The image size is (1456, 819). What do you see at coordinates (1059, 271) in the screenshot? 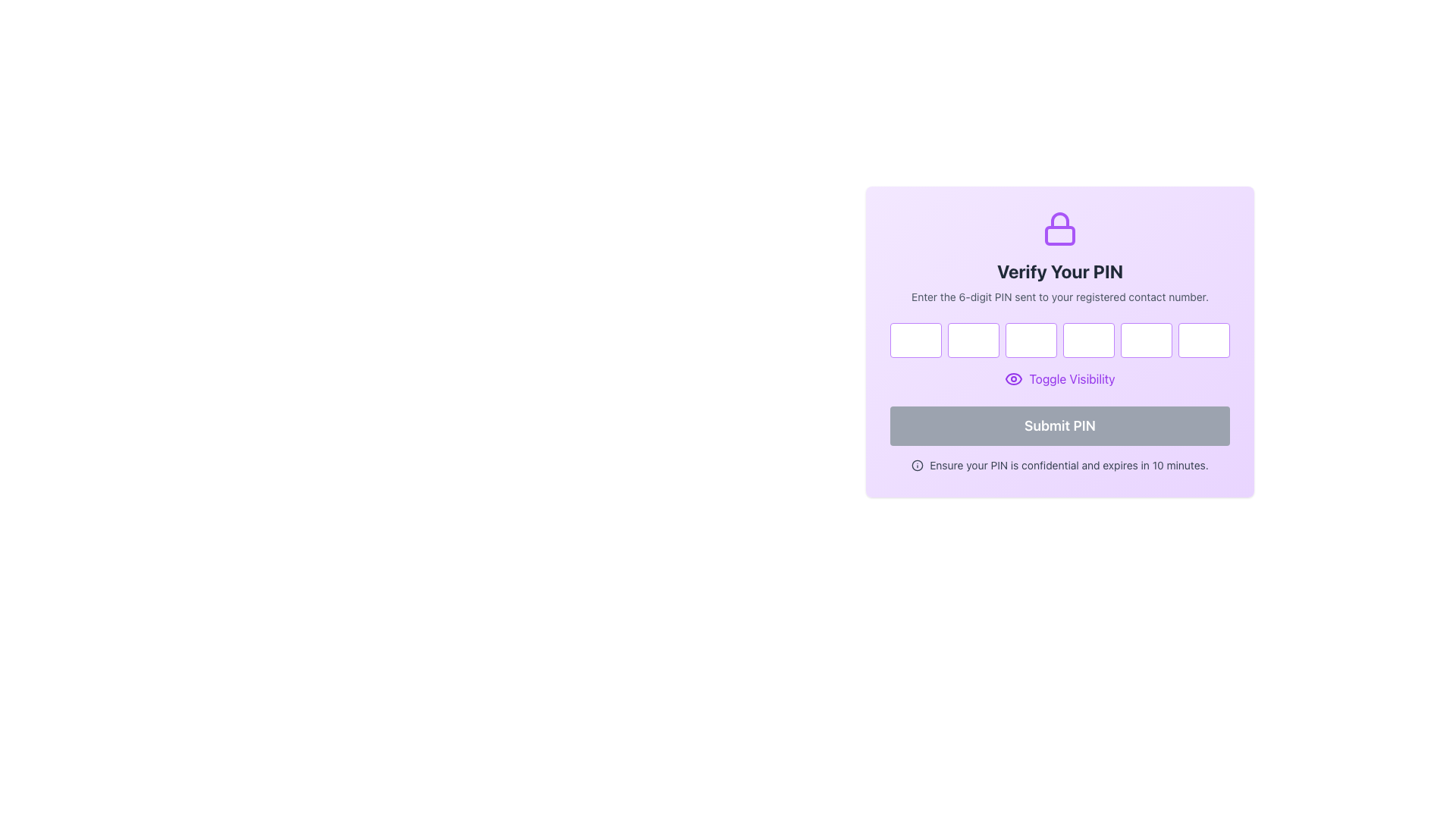
I see `the informational Text label that serves as the title for the PIN verification form, positioned below an icon and above a smaller explanatory text` at bounding box center [1059, 271].